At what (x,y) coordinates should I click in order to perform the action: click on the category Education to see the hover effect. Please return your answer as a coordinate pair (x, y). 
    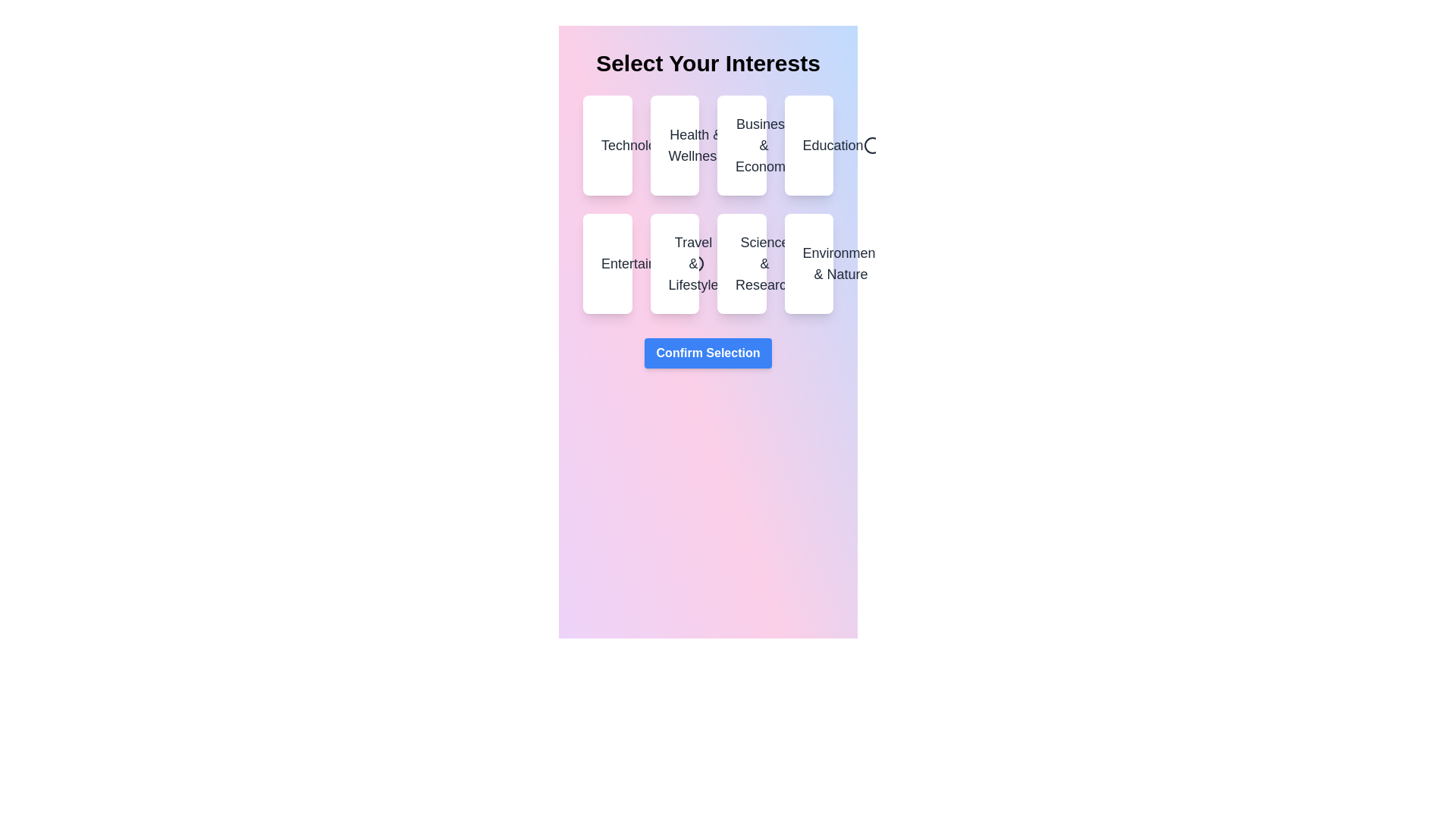
    Looking at the image, I should click on (808, 146).